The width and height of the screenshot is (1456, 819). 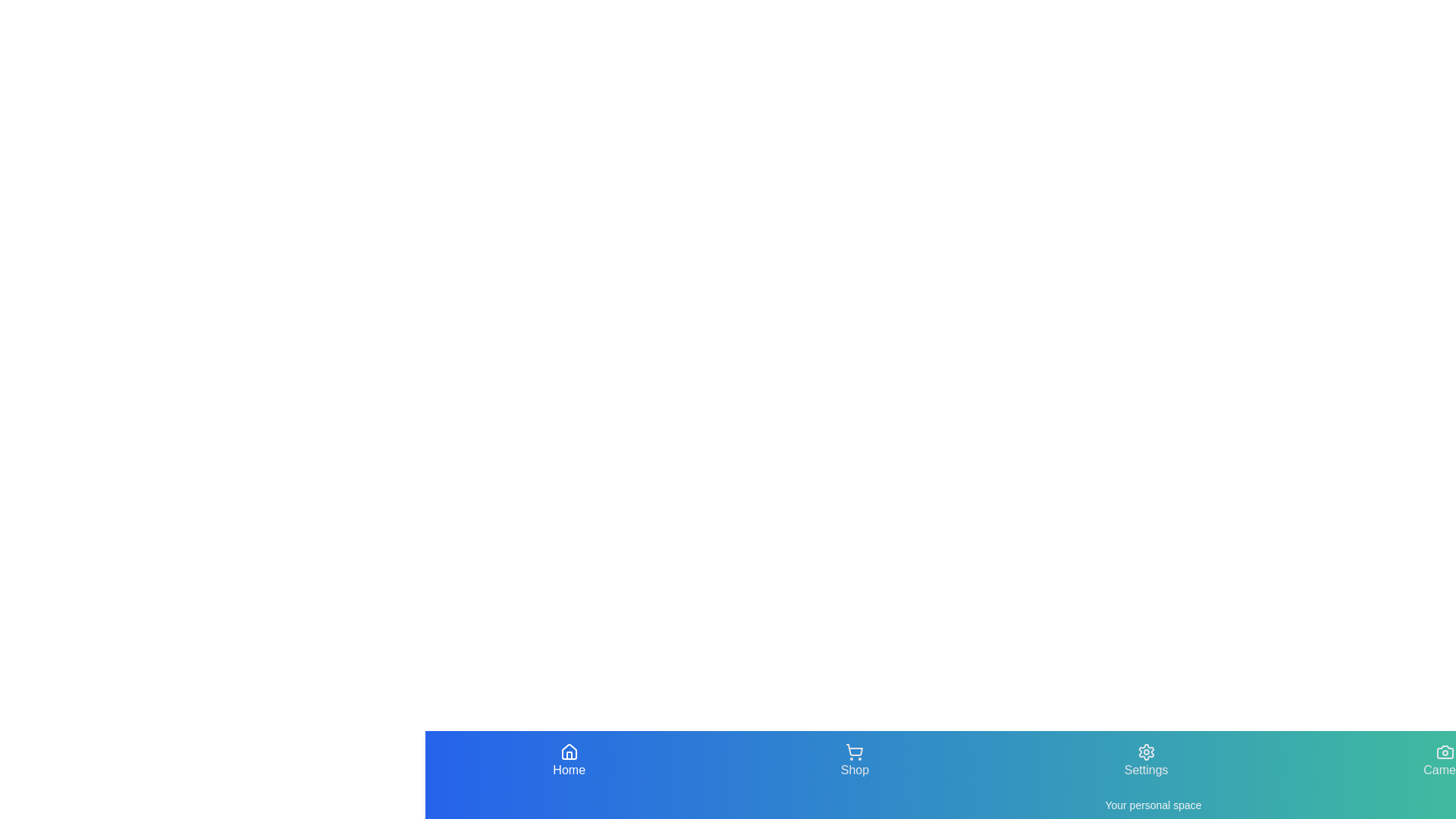 I want to click on the Home navigation tab by clicking on it, so click(x=568, y=761).